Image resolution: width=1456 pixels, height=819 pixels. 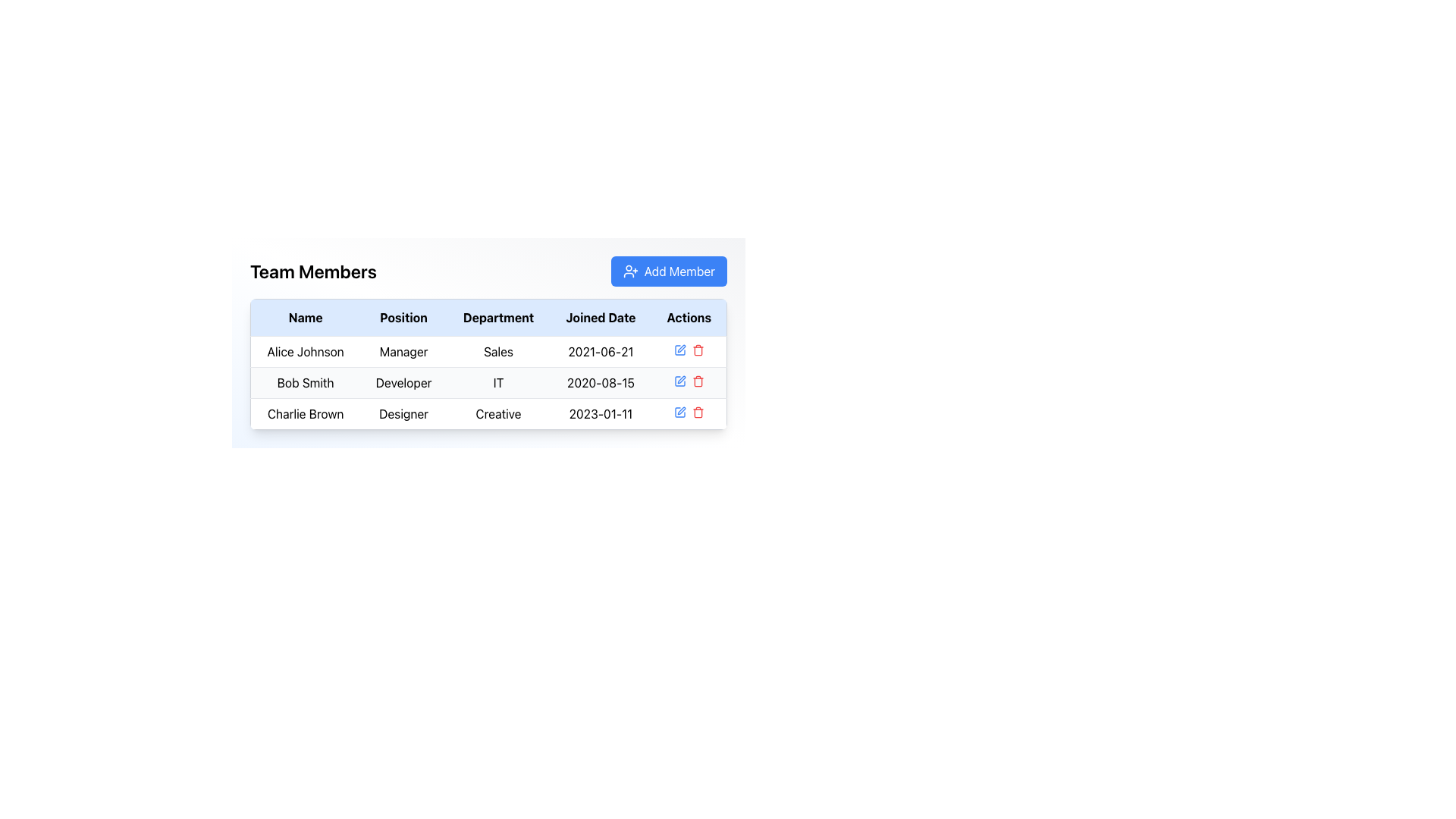 I want to click on the text label displaying 'Bob Smith', so click(x=304, y=382).